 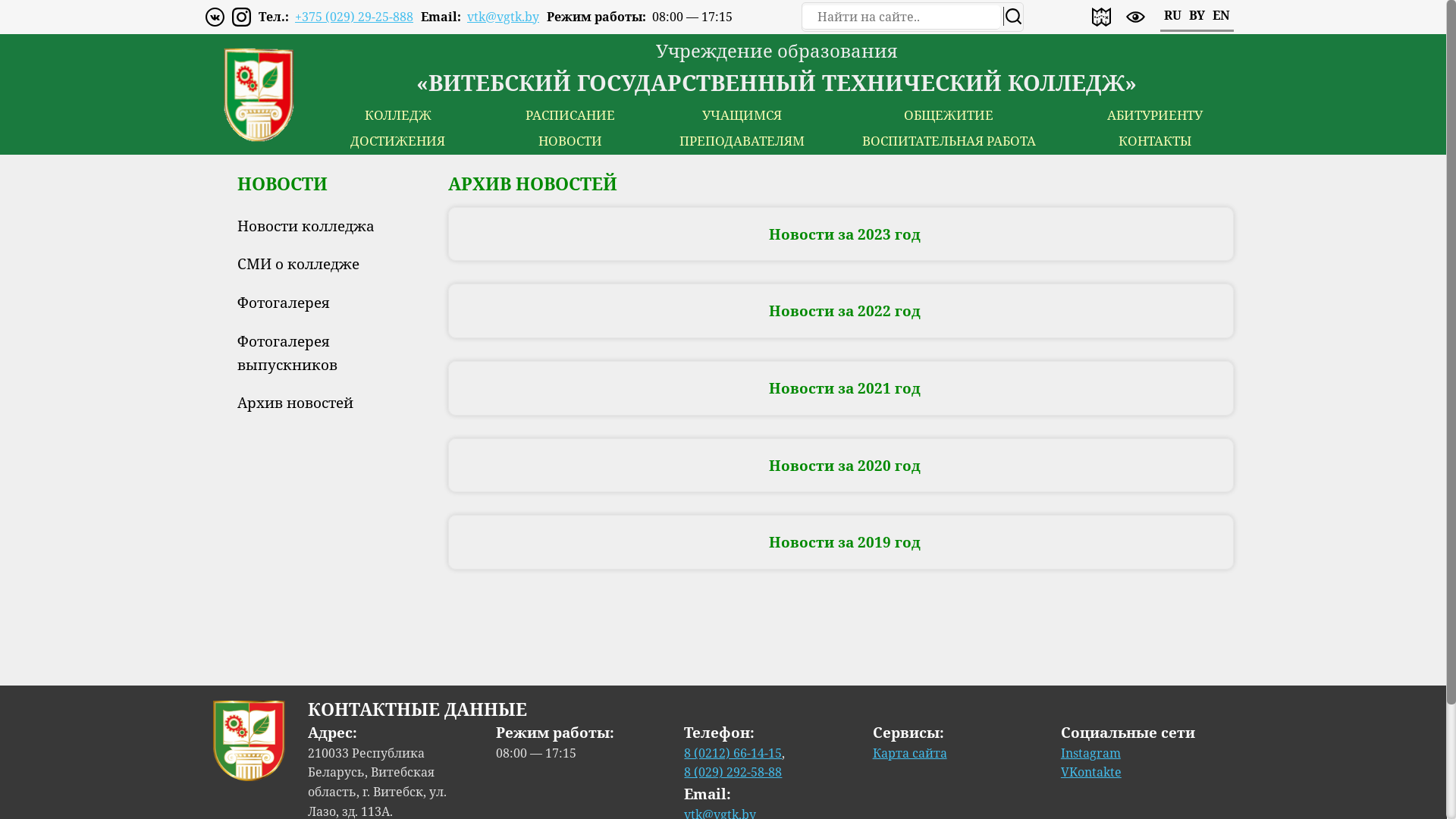 What do you see at coordinates (1196, 15) in the screenshot?
I see `'BY'` at bounding box center [1196, 15].